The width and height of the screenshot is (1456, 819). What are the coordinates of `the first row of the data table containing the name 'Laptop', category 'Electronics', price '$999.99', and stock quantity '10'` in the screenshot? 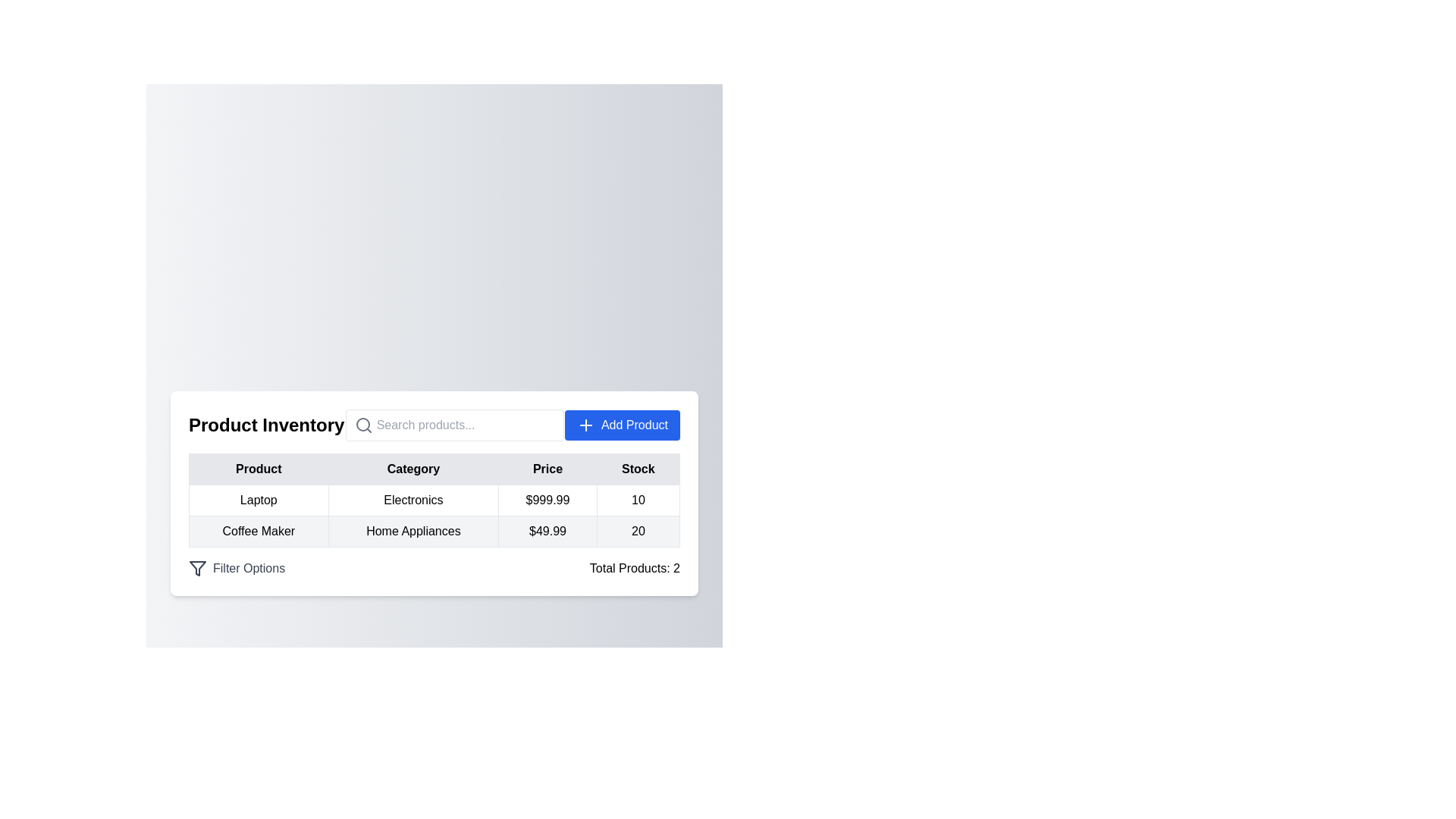 It's located at (433, 500).